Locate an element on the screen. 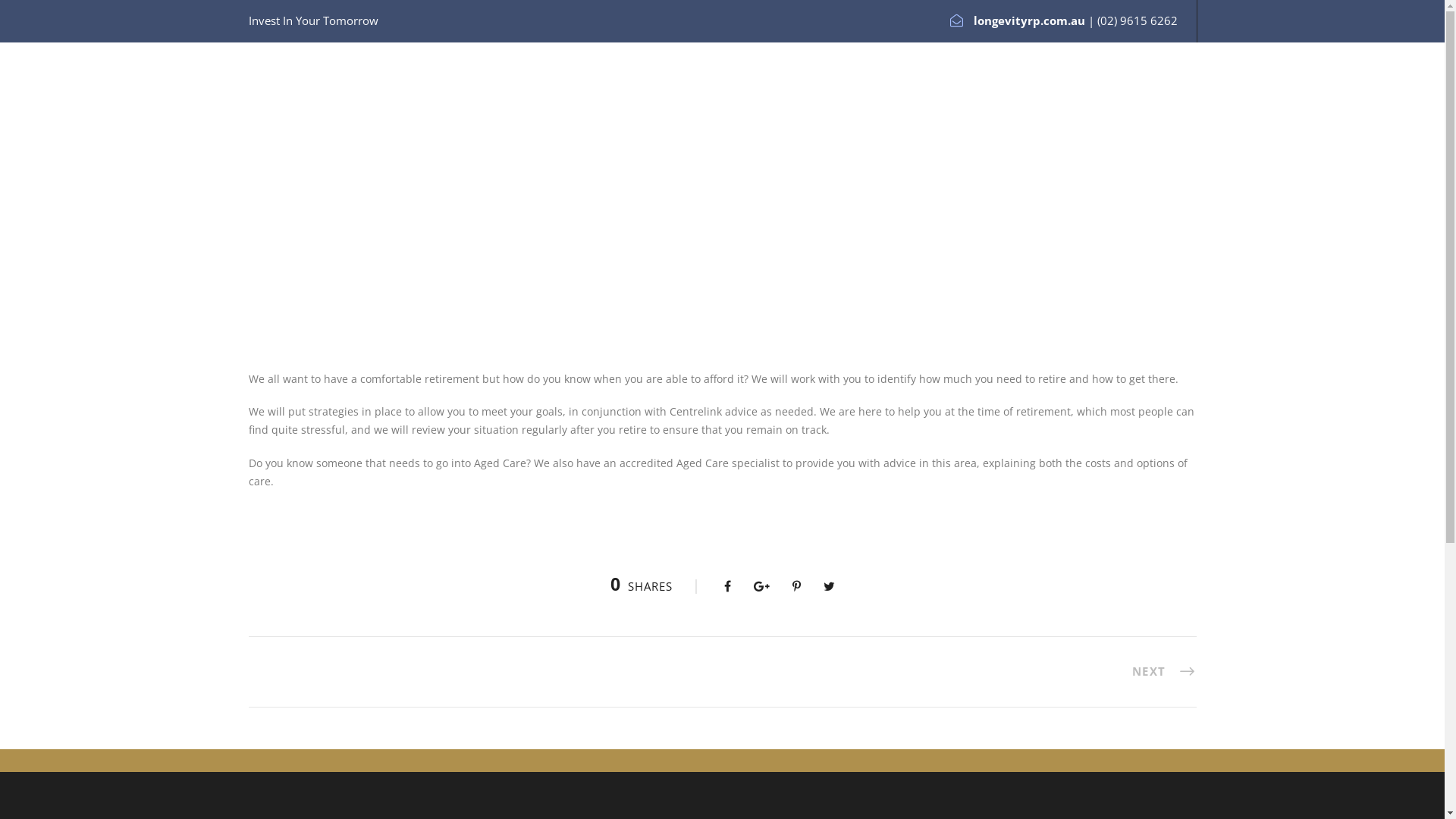  'Header_Logo' is located at coordinates (286, 96).